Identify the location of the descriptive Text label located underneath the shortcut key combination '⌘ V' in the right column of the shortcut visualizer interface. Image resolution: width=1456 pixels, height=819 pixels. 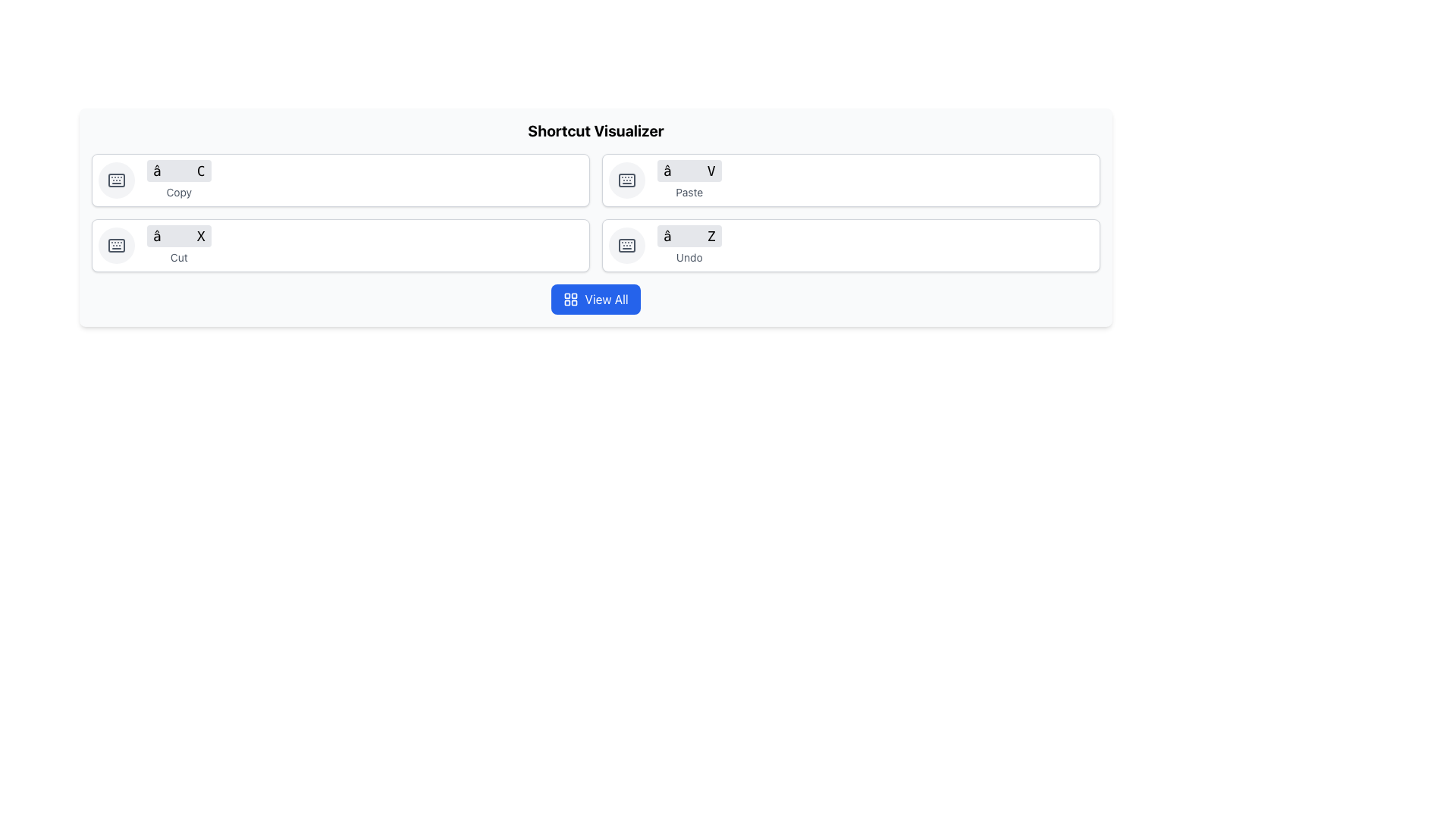
(689, 192).